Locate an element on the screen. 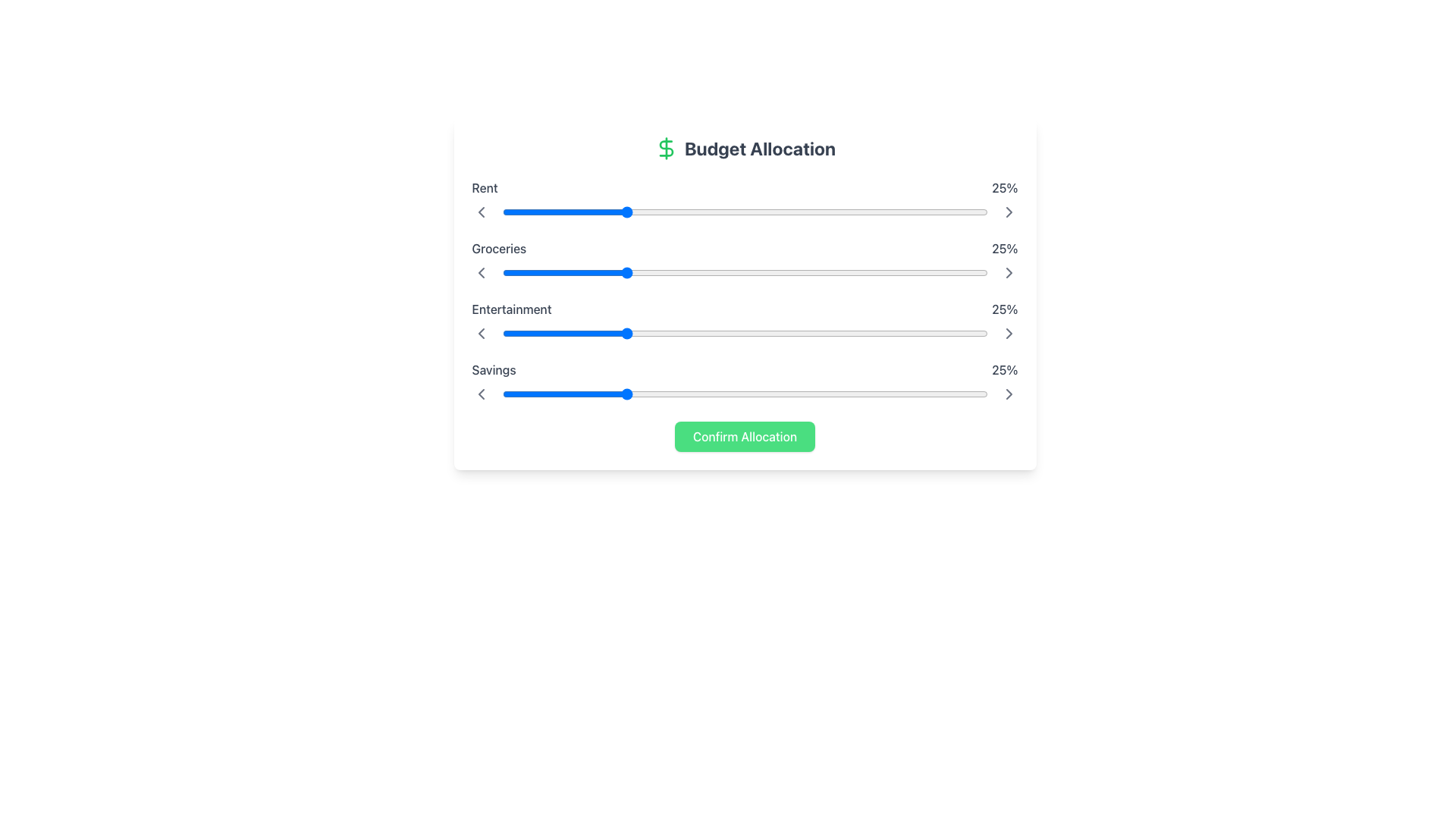 The height and width of the screenshot is (819, 1456). the left-facing chevron button located below the 'Savings' label to trigger potential hover effects is located at coordinates (480, 394).